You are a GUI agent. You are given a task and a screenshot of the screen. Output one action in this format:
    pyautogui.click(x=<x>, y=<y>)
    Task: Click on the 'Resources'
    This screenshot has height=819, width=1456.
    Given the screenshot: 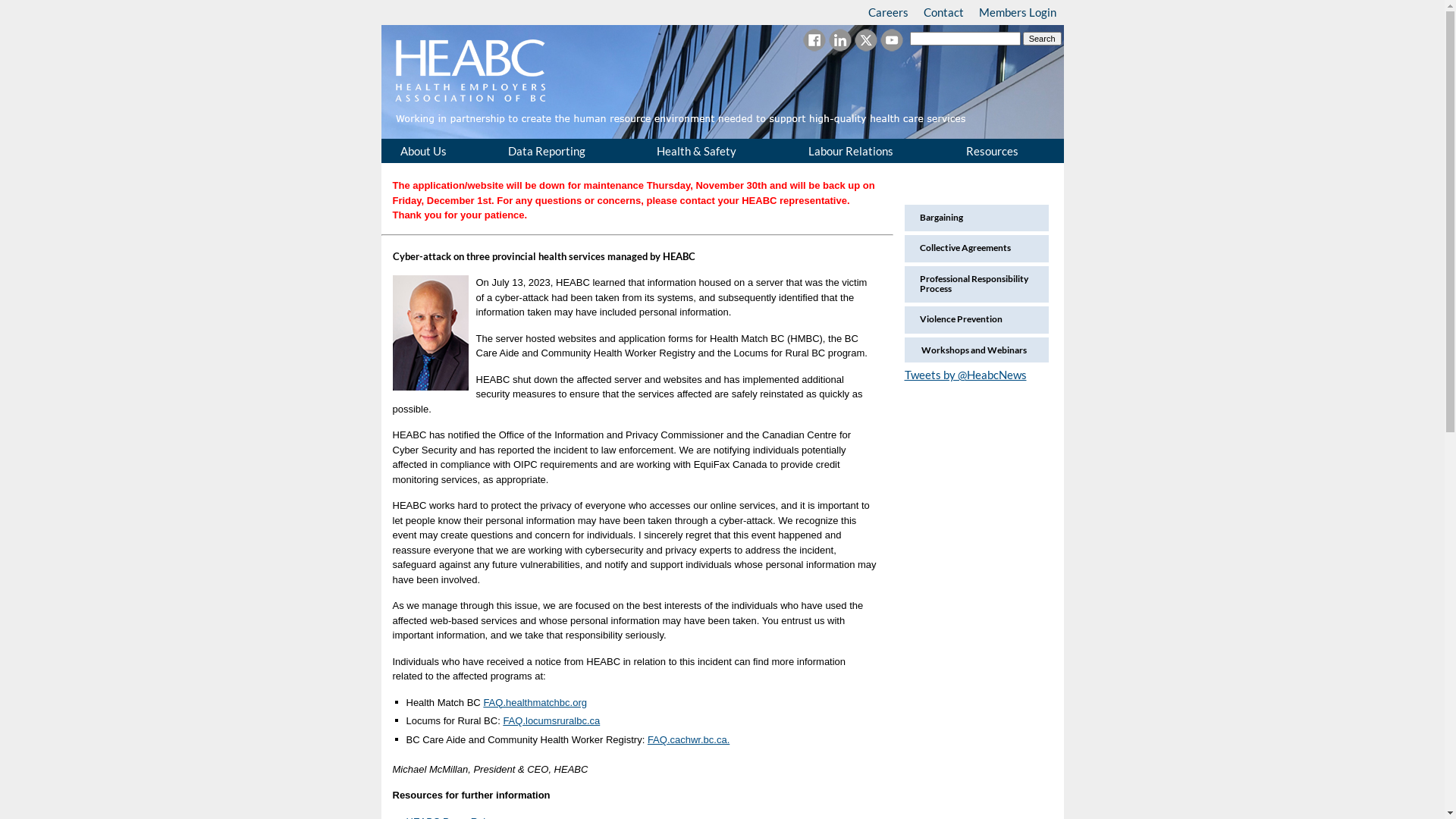 What is the action you would take?
    pyautogui.click(x=1005, y=150)
    